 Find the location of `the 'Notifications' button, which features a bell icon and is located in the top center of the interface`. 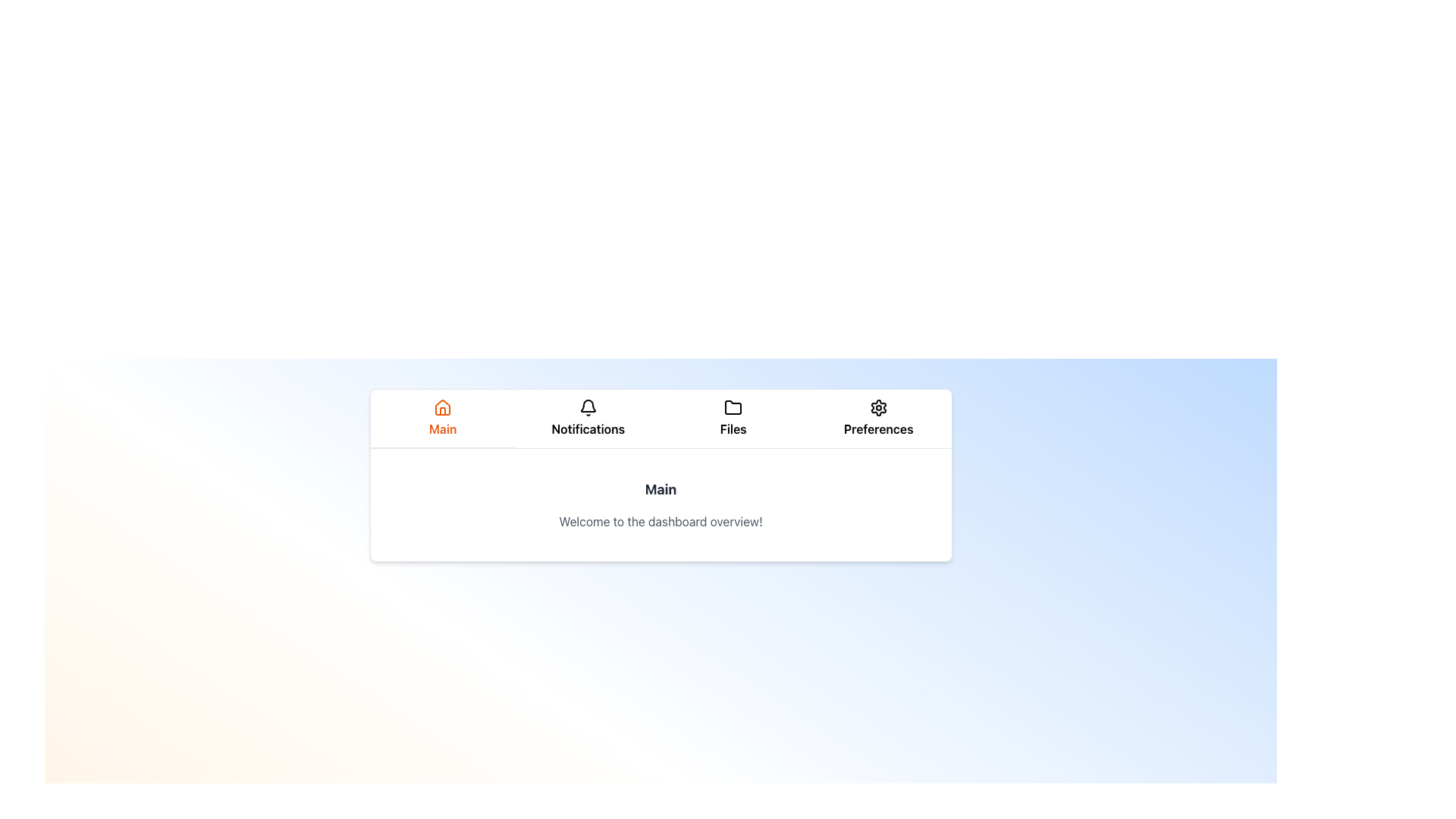

the 'Notifications' button, which features a bell icon and is located in the top center of the interface is located at coordinates (587, 419).